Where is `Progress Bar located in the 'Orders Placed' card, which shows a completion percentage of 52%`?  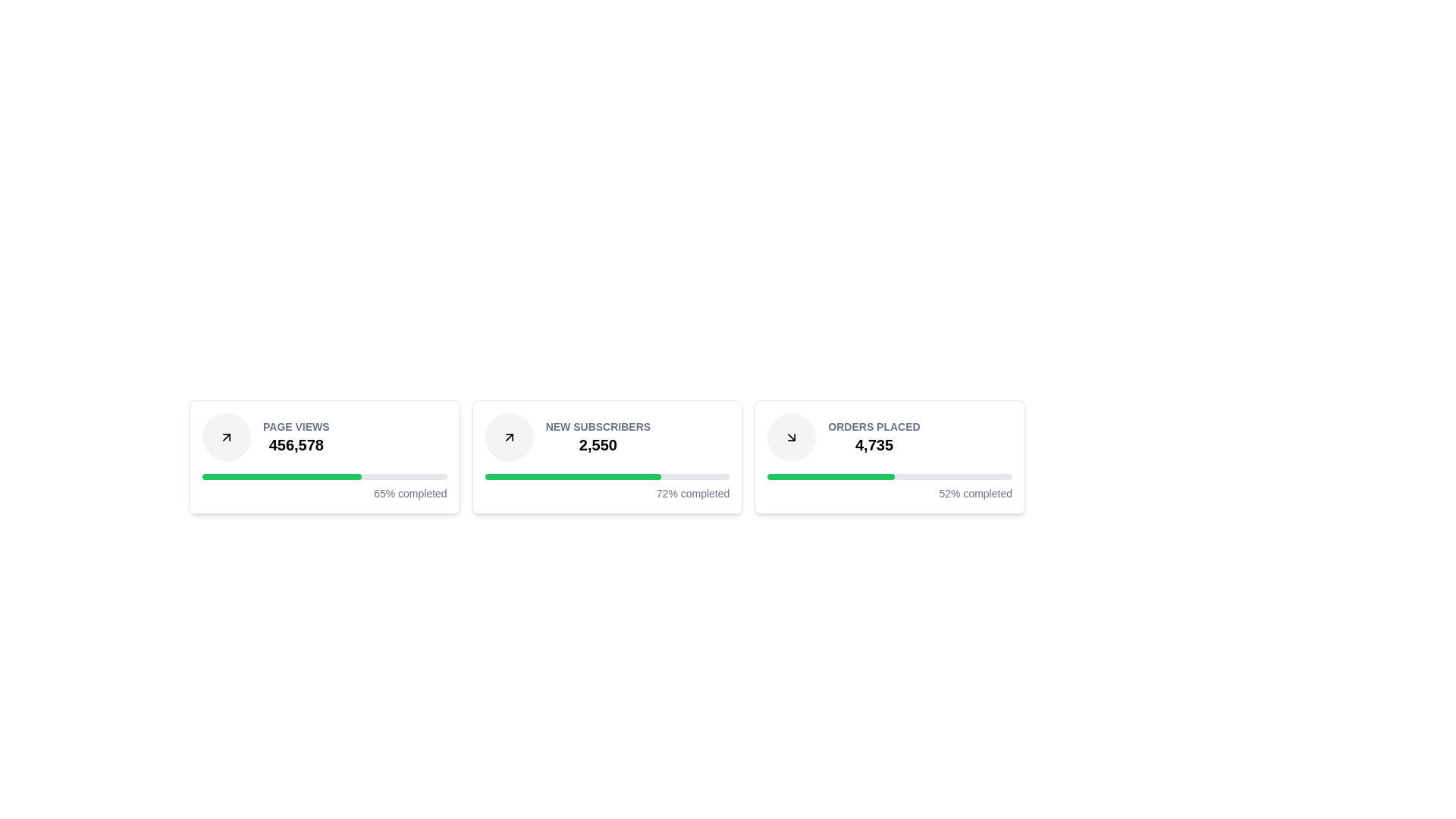
Progress Bar located in the 'Orders Placed' card, which shows a completion percentage of 52% is located at coordinates (890, 488).